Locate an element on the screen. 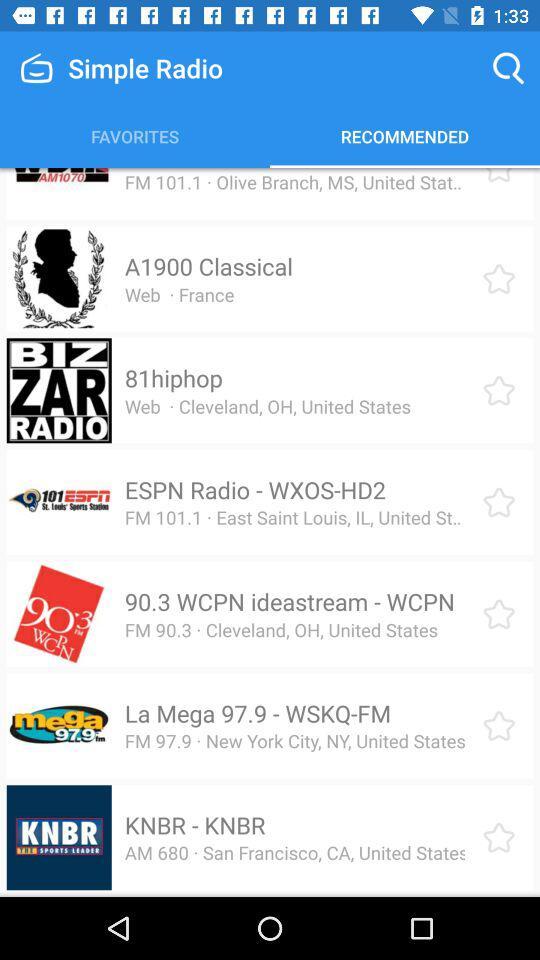  the knbr - knbr icon is located at coordinates (195, 825).